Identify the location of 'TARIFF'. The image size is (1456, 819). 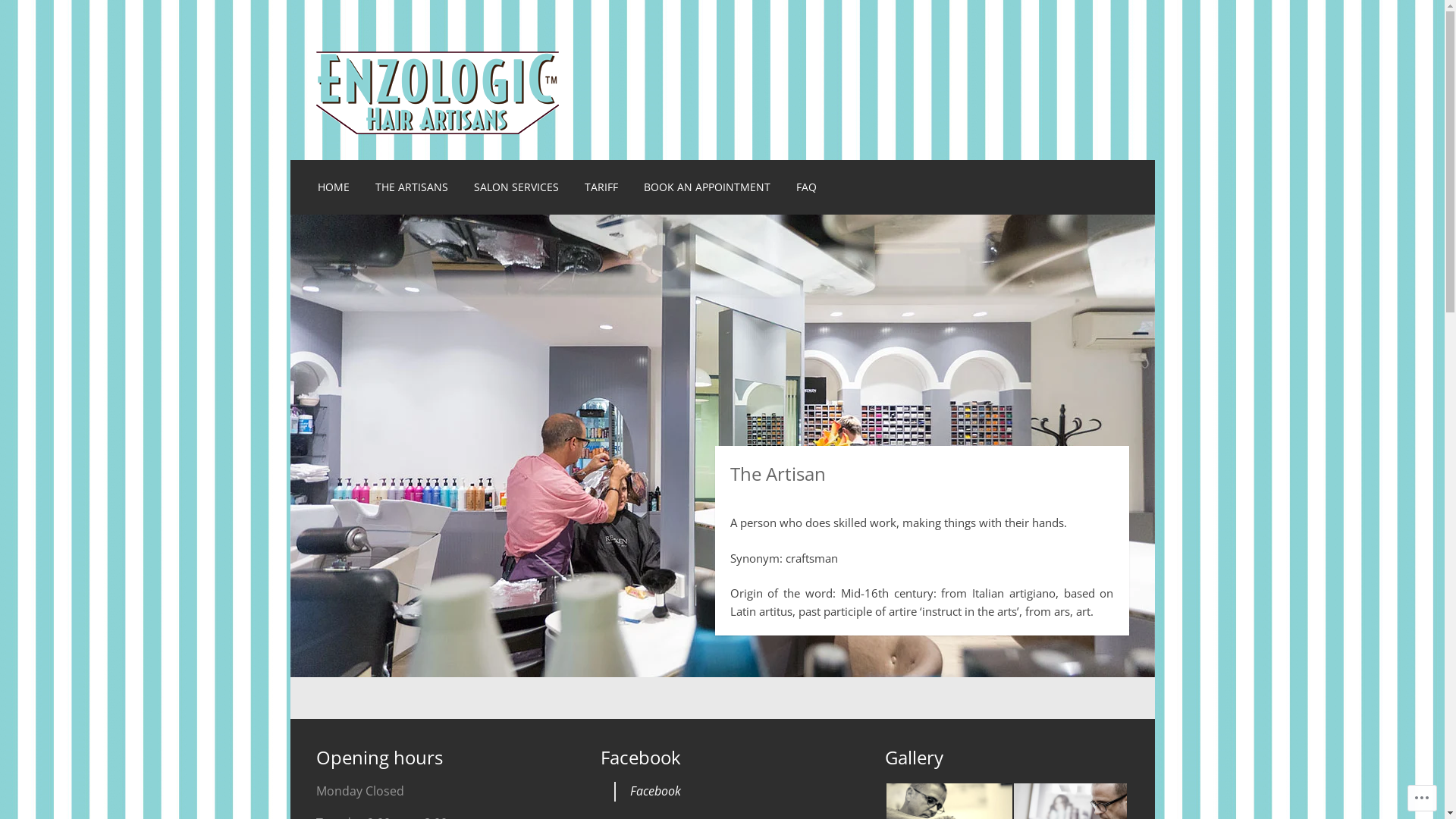
(600, 186).